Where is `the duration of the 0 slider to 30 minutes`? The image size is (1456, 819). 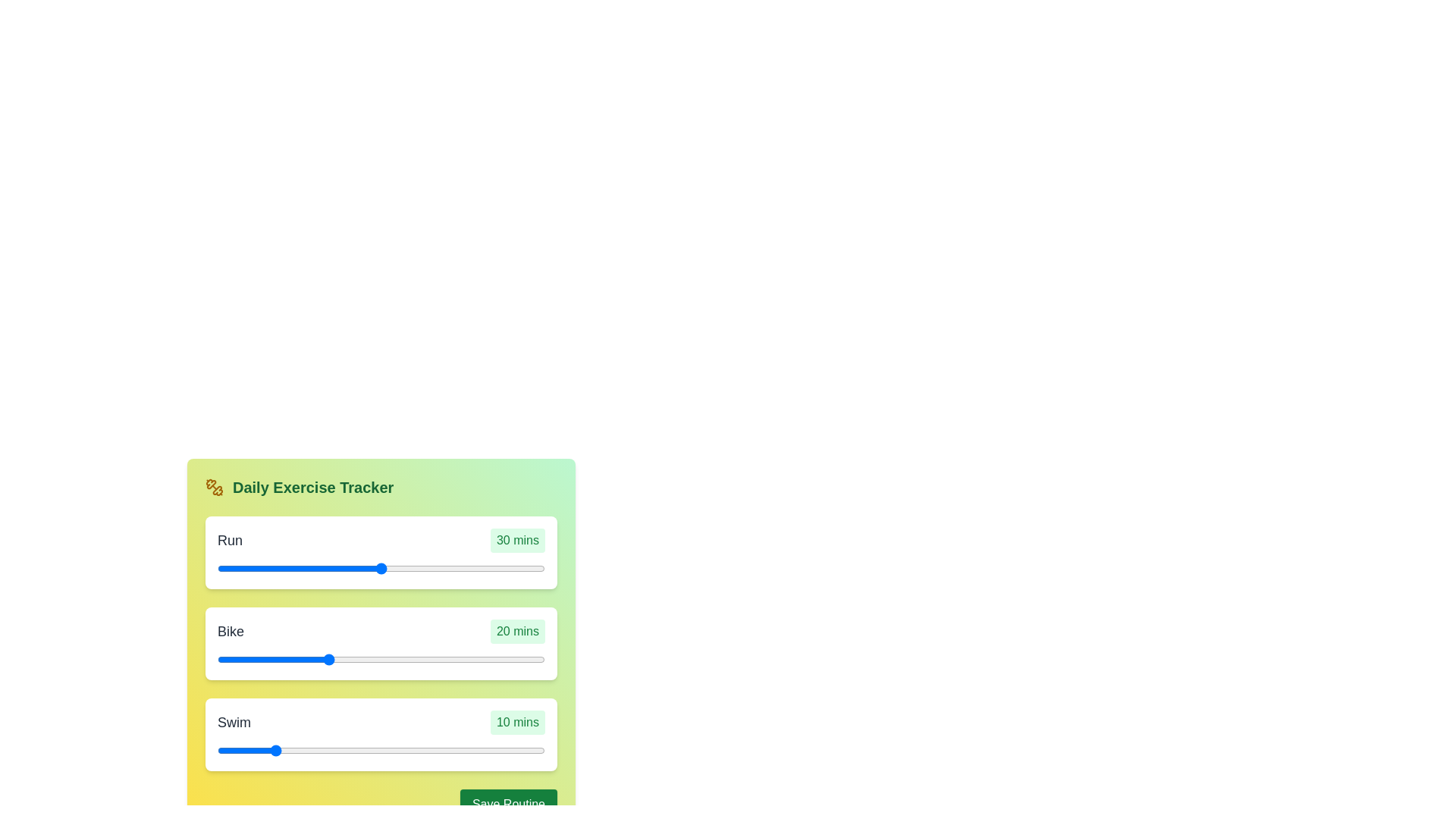
the duration of the 0 slider to 30 minutes is located at coordinates (462, 568).